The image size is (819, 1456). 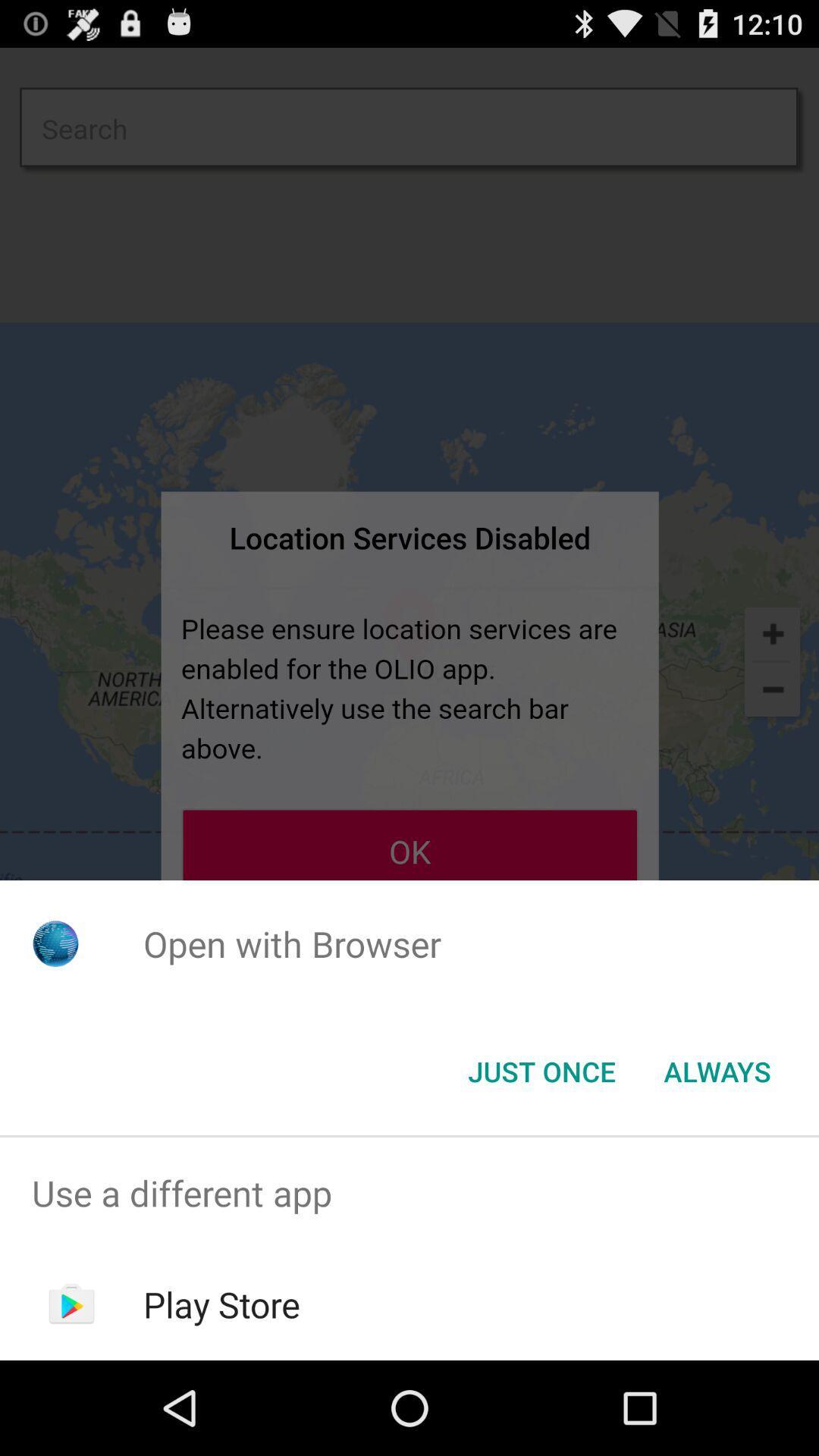 I want to click on play store, so click(x=221, y=1304).